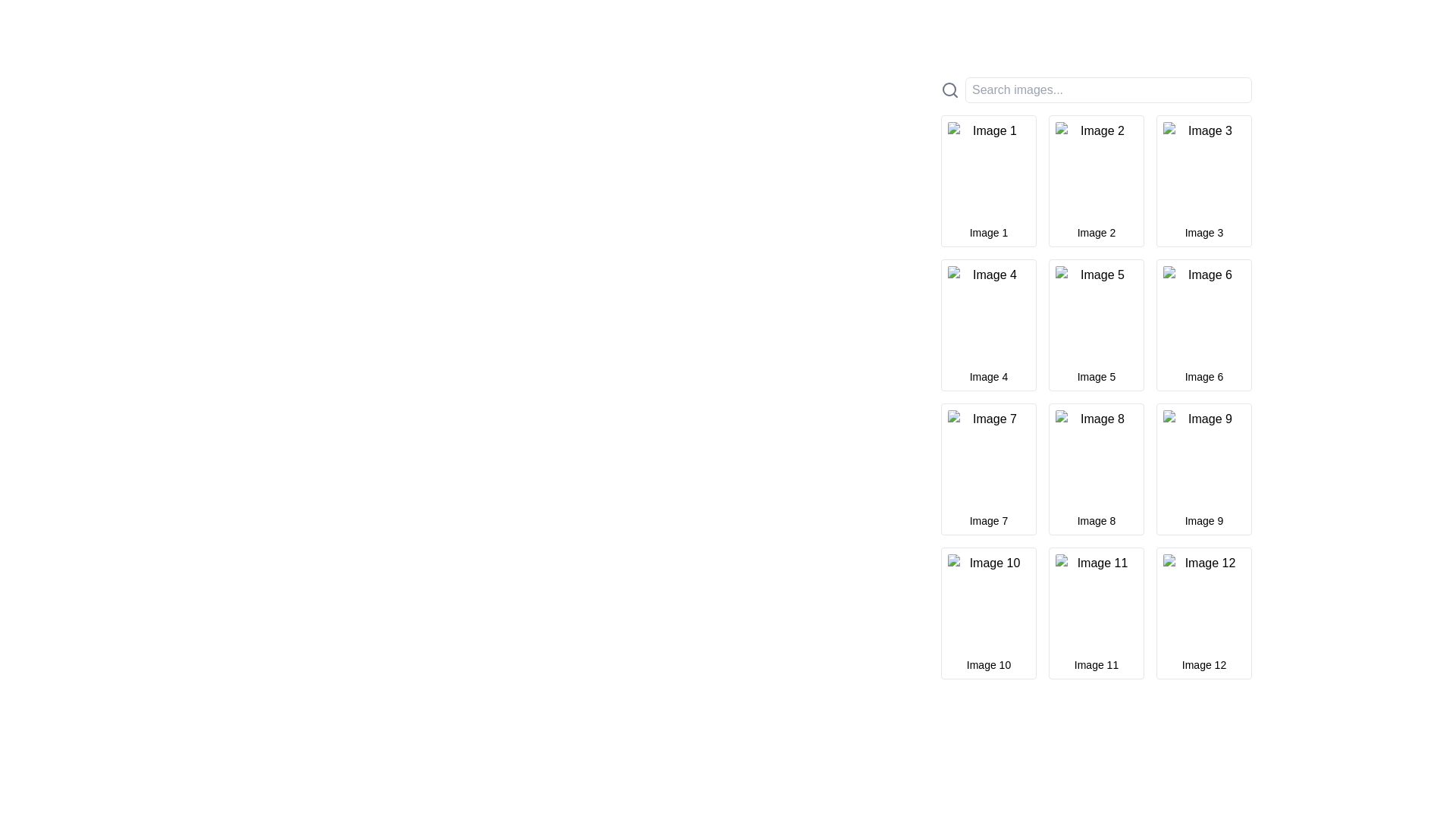 The height and width of the screenshot is (819, 1456). What do you see at coordinates (949, 90) in the screenshot?
I see `the circular gray magnifying glass icon located to the left of the search bar at the top-left corner of the interface` at bounding box center [949, 90].